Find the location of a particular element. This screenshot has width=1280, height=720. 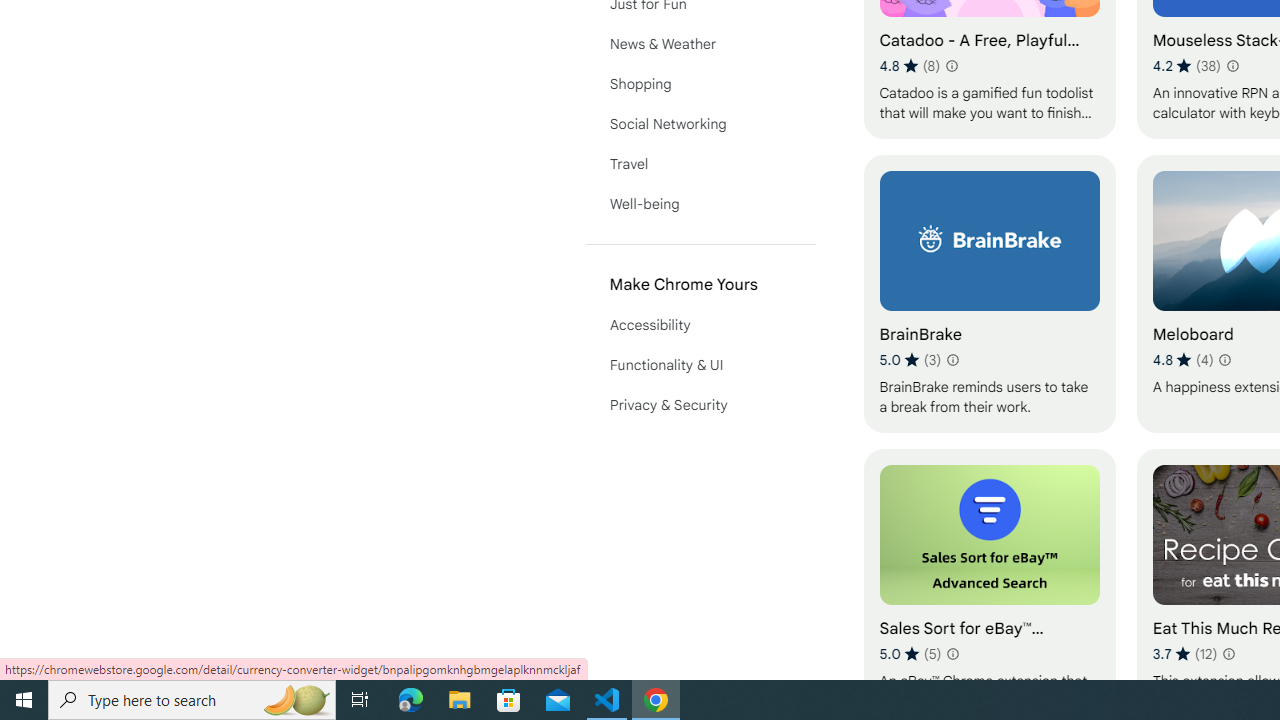

'Average rating 4.2 out of 5 stars. 38 ratings.' is located at coordinates (1187, 65).